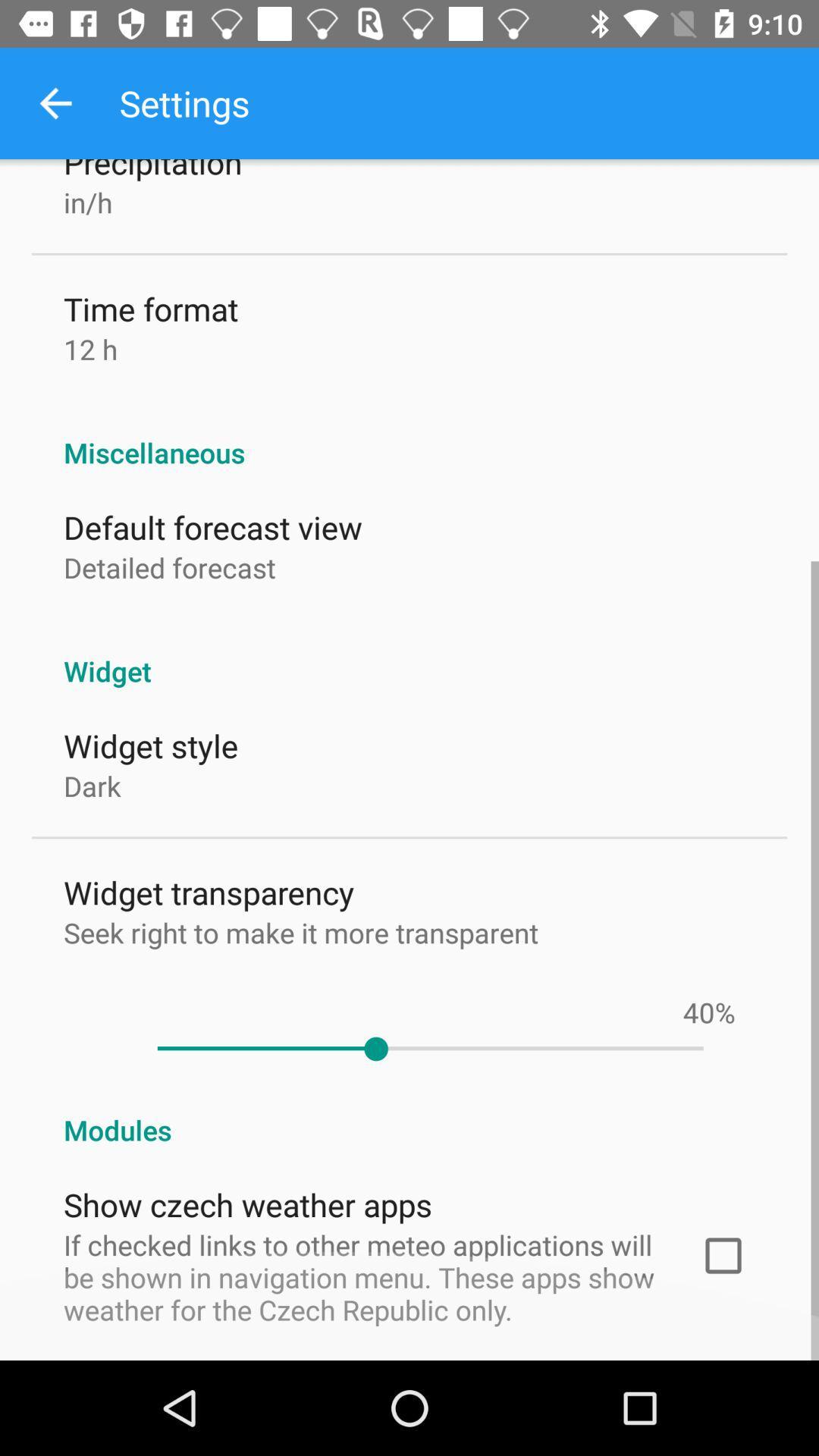  I want to click on the icon below dark item, so click(209, 892).